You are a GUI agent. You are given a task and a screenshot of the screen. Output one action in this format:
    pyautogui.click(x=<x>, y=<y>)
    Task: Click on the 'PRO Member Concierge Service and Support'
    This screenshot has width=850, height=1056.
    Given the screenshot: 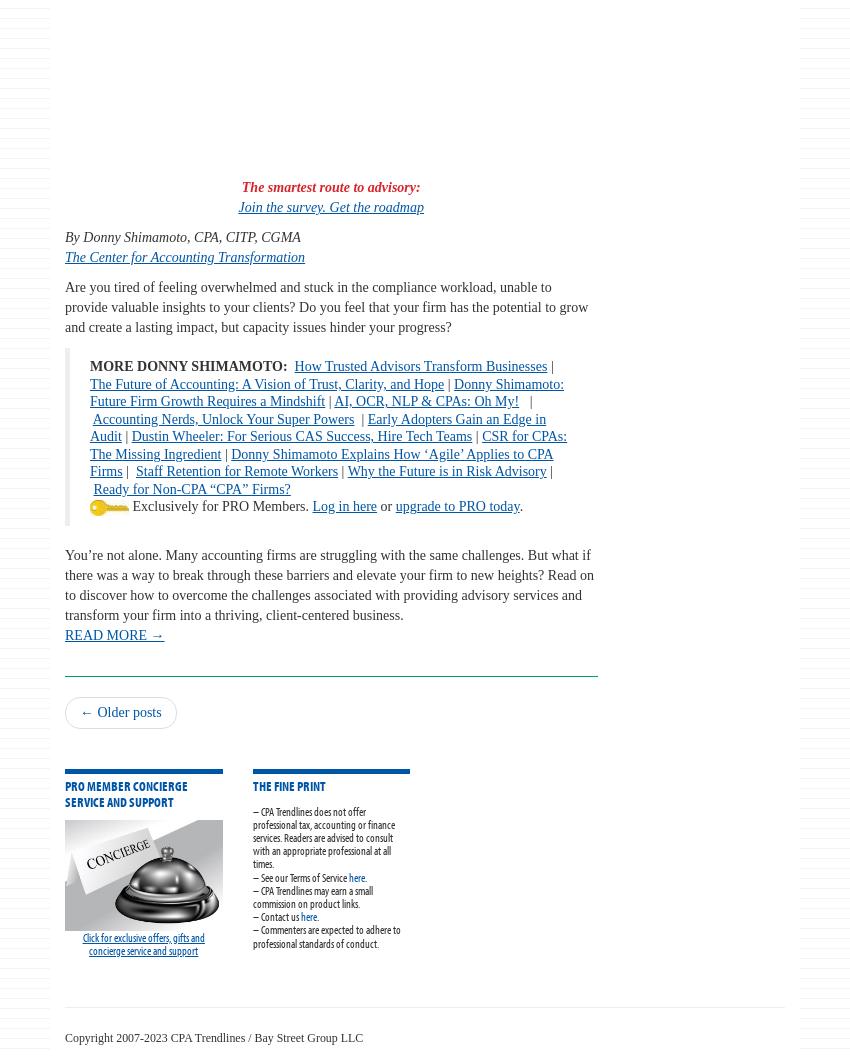 What is the action you would take?
    pyautogui.click(x=125, y=793)
    